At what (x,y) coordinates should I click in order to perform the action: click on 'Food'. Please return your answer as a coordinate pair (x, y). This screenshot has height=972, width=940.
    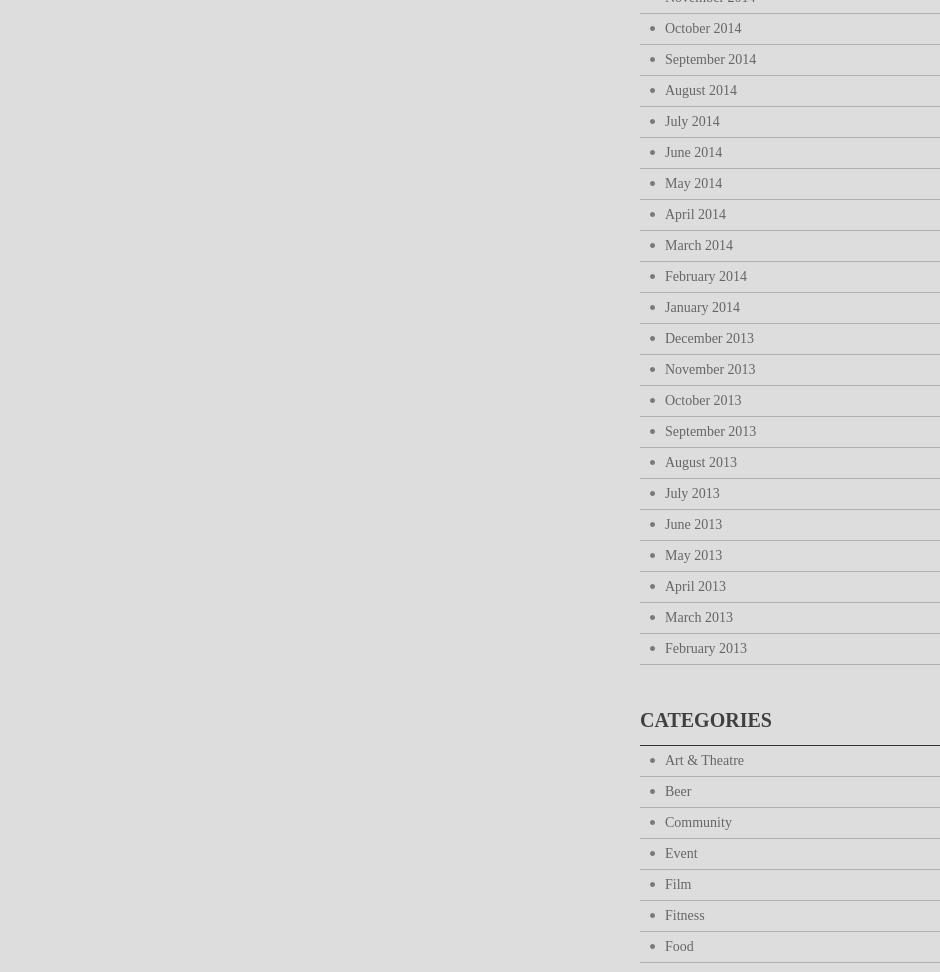
    Looking at the image, I should click on (677, 945).